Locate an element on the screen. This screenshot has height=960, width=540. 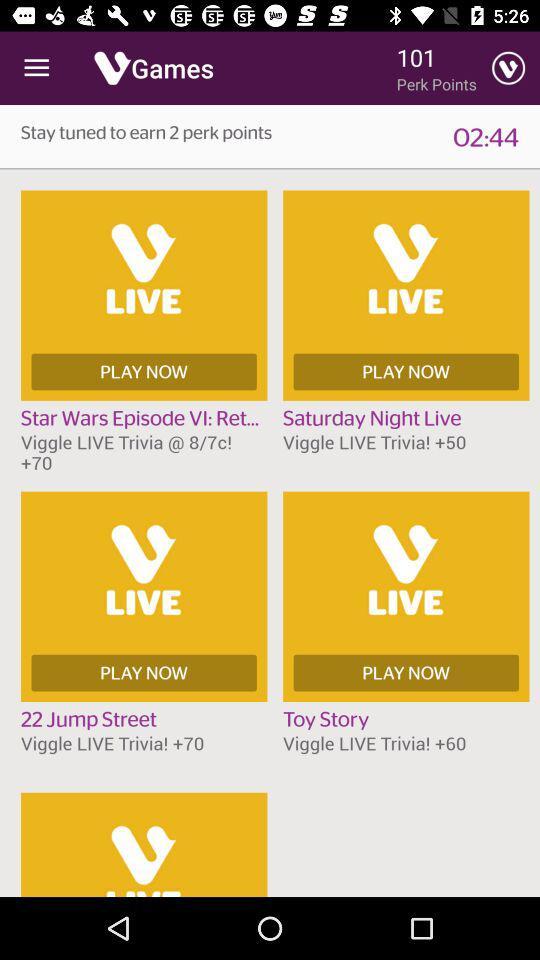
icon above stay tuned to item is located at coordinates (36, 68).